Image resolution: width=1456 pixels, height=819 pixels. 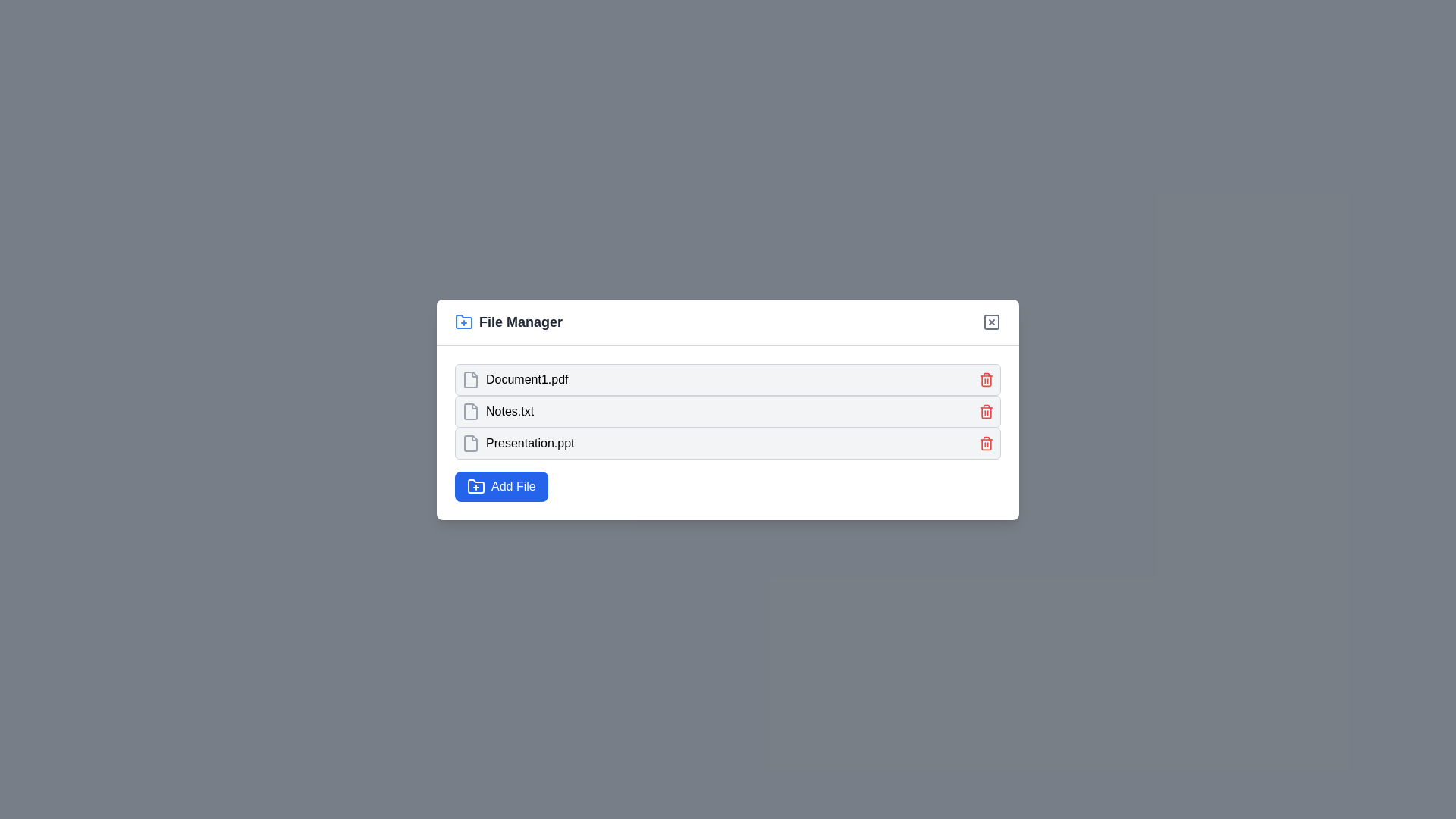 I want to click on the 'Add File' button at the bottom right of the 'File Manager' dialog box, which is visually represented by a blue-colored button for adding or creating a new folder or file, so click(x=475, y=485).